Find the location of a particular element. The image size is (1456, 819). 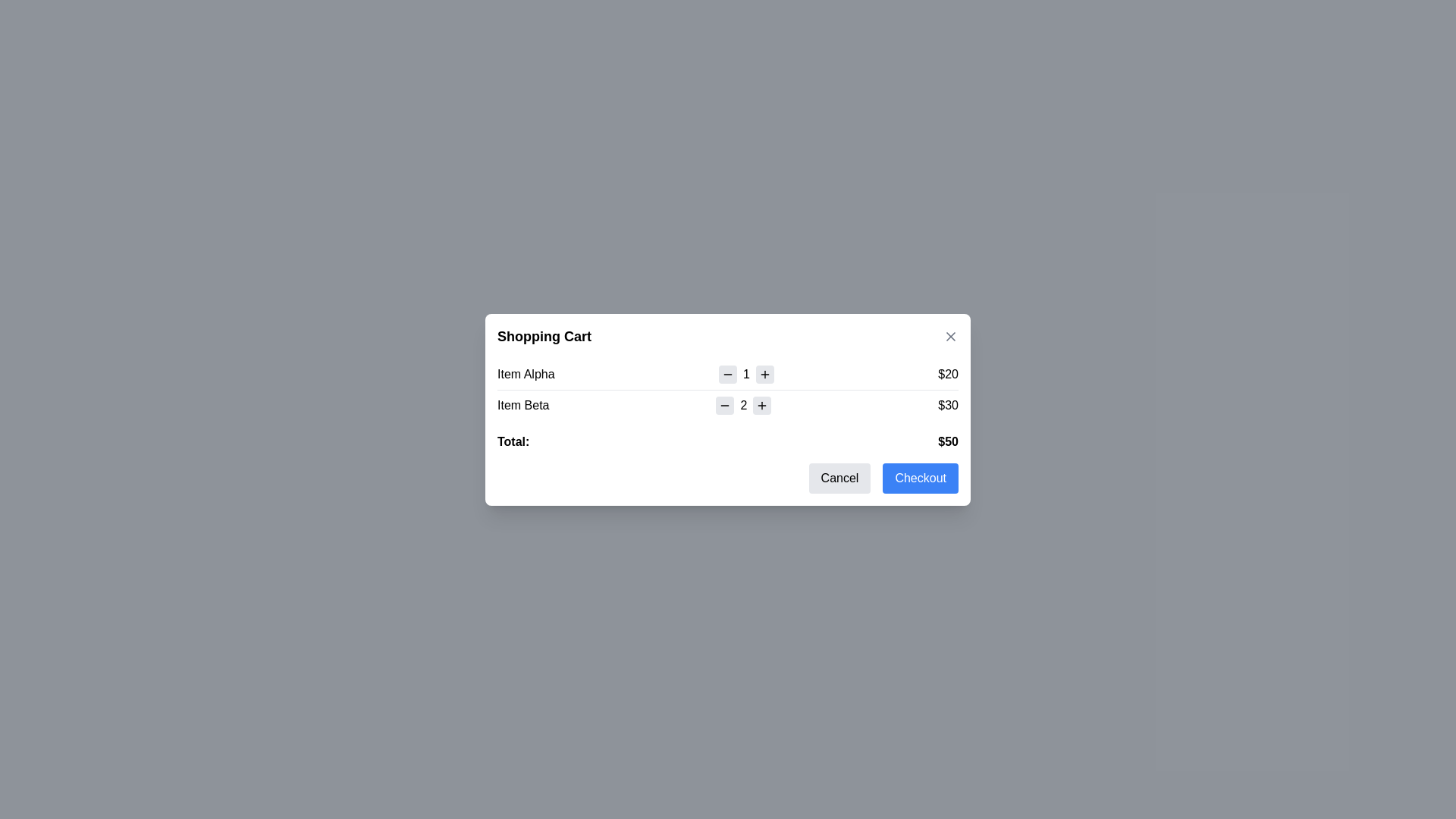

the static text indicator displaying the value '1' in black text, located centrally in the quantity adjustment field for 'Item Alpha' in the shopping cart interface is located at coordinates (746, 374).